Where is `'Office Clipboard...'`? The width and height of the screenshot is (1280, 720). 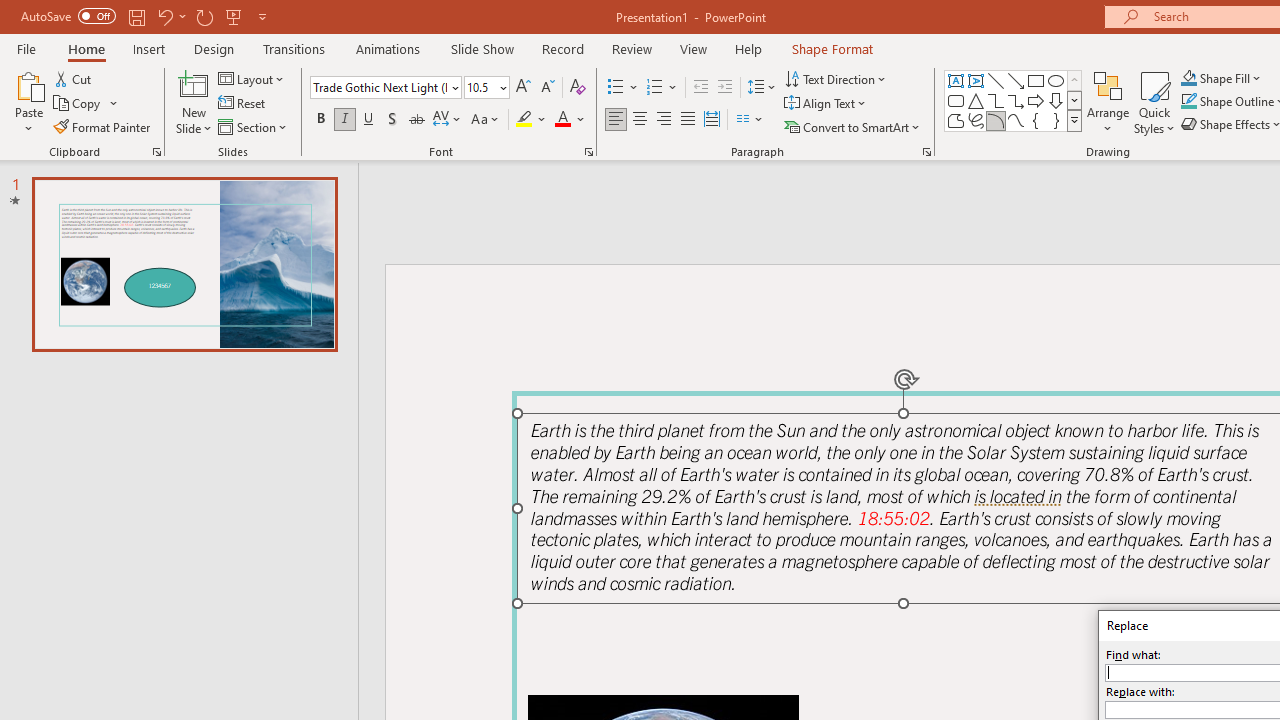
'Office Clipboard...' is located at coordinates (155, 150).